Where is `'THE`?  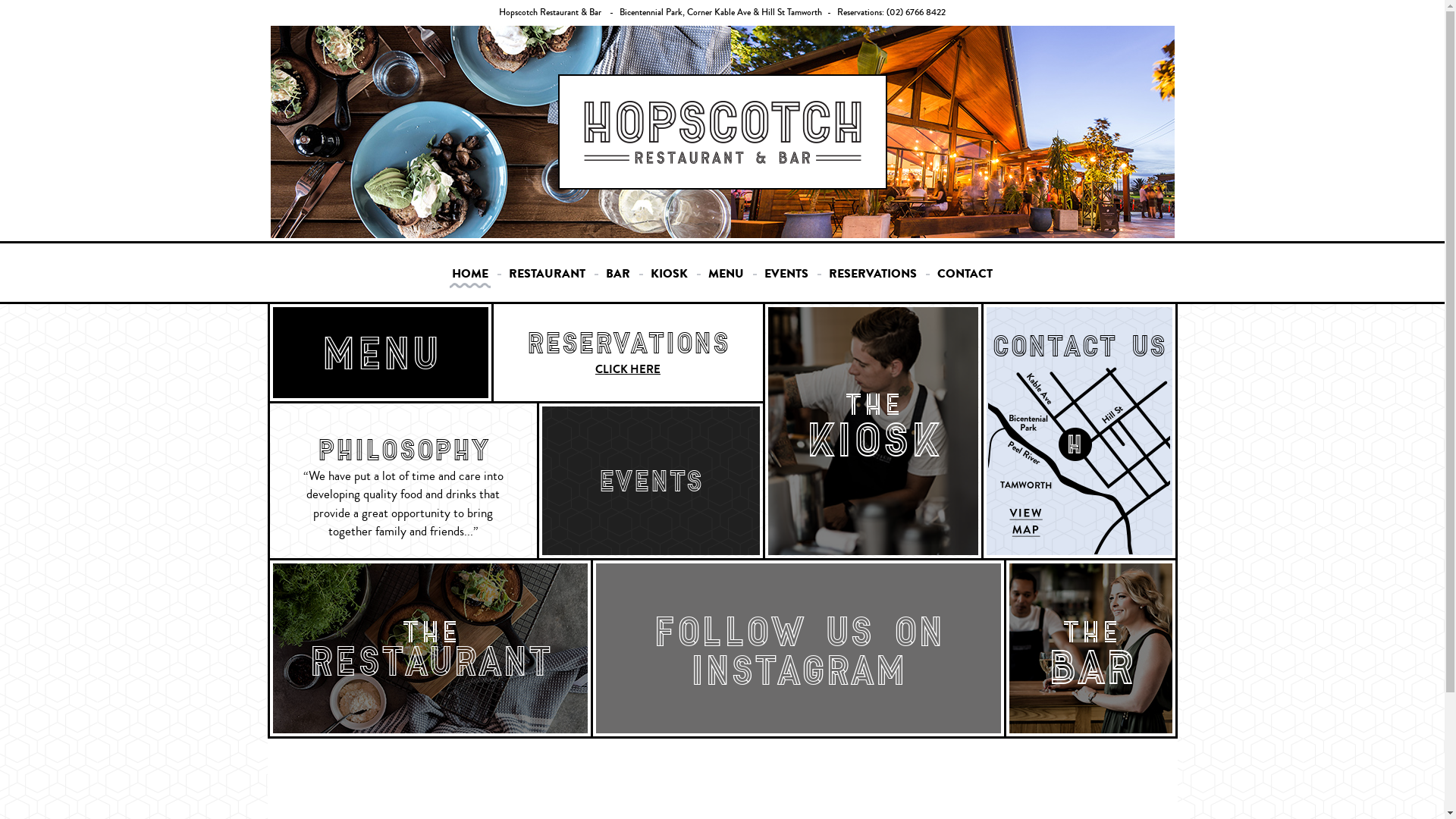 'THE is located at coordinates (429, 648).